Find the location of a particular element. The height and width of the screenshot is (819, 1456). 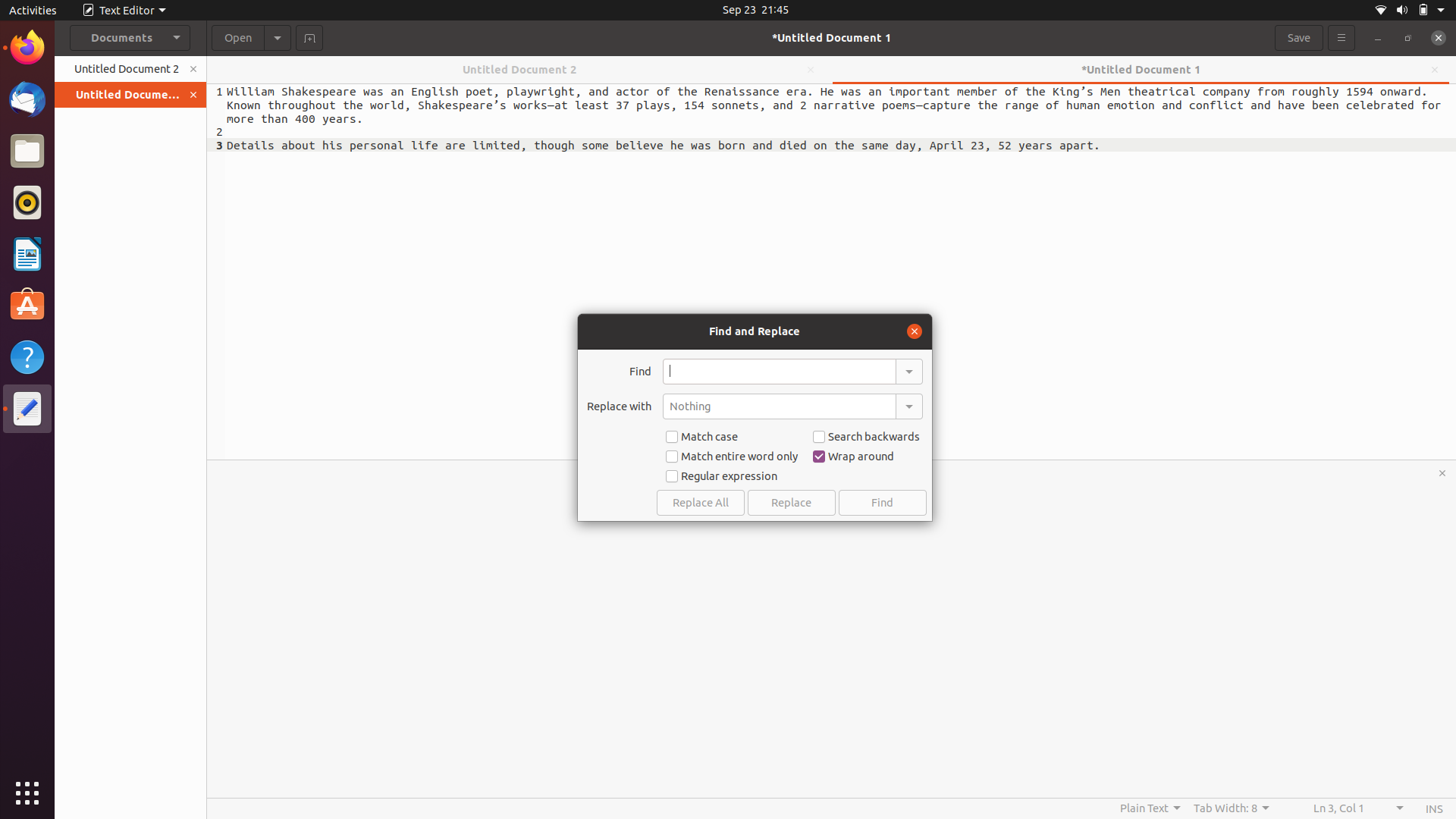

Change the primary occurrence of "important" with "prominent" in the file is located at coordinates (779, 371).